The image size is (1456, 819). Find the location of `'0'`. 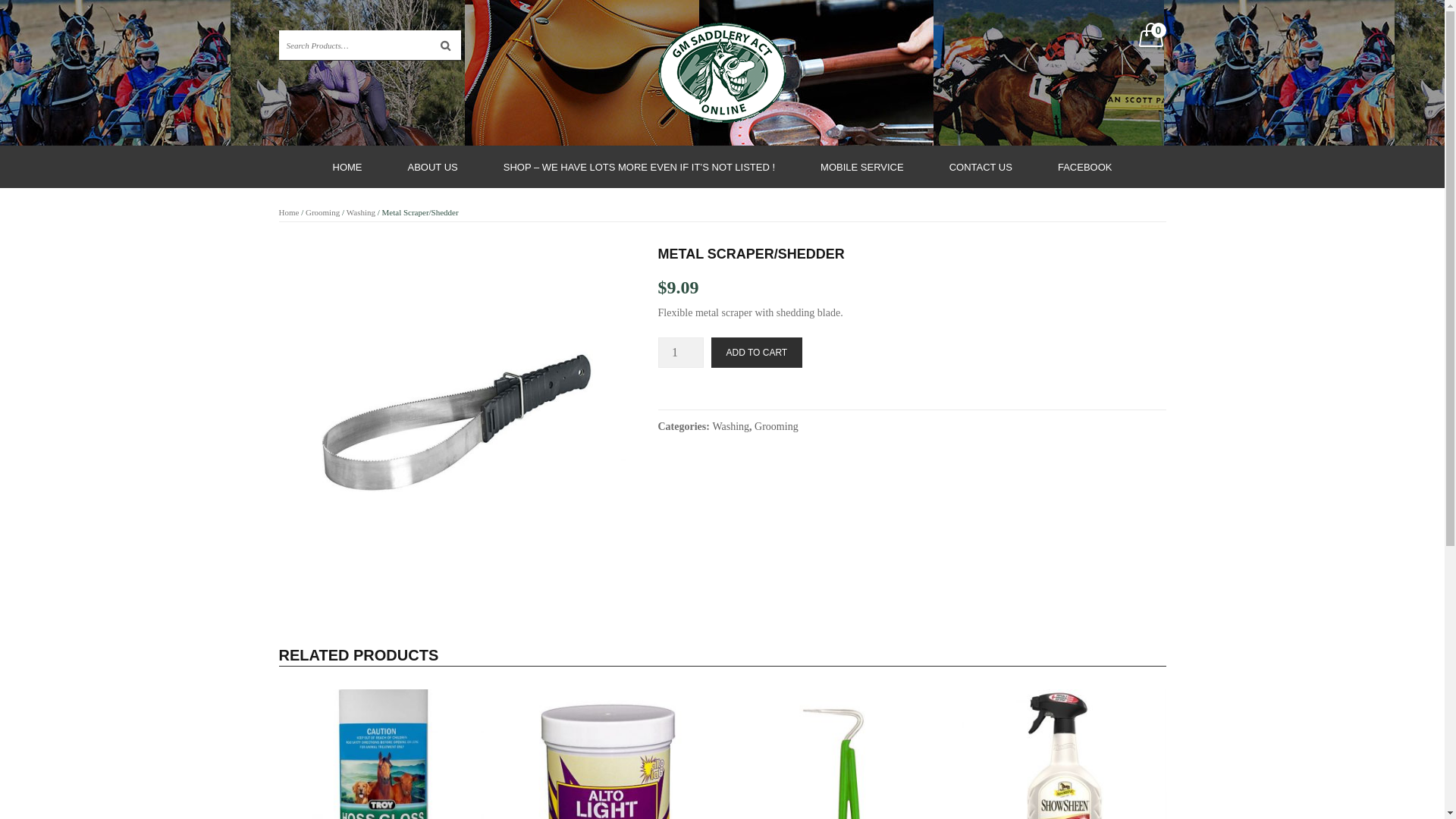

'0' is located at coordinates (1150, 37).